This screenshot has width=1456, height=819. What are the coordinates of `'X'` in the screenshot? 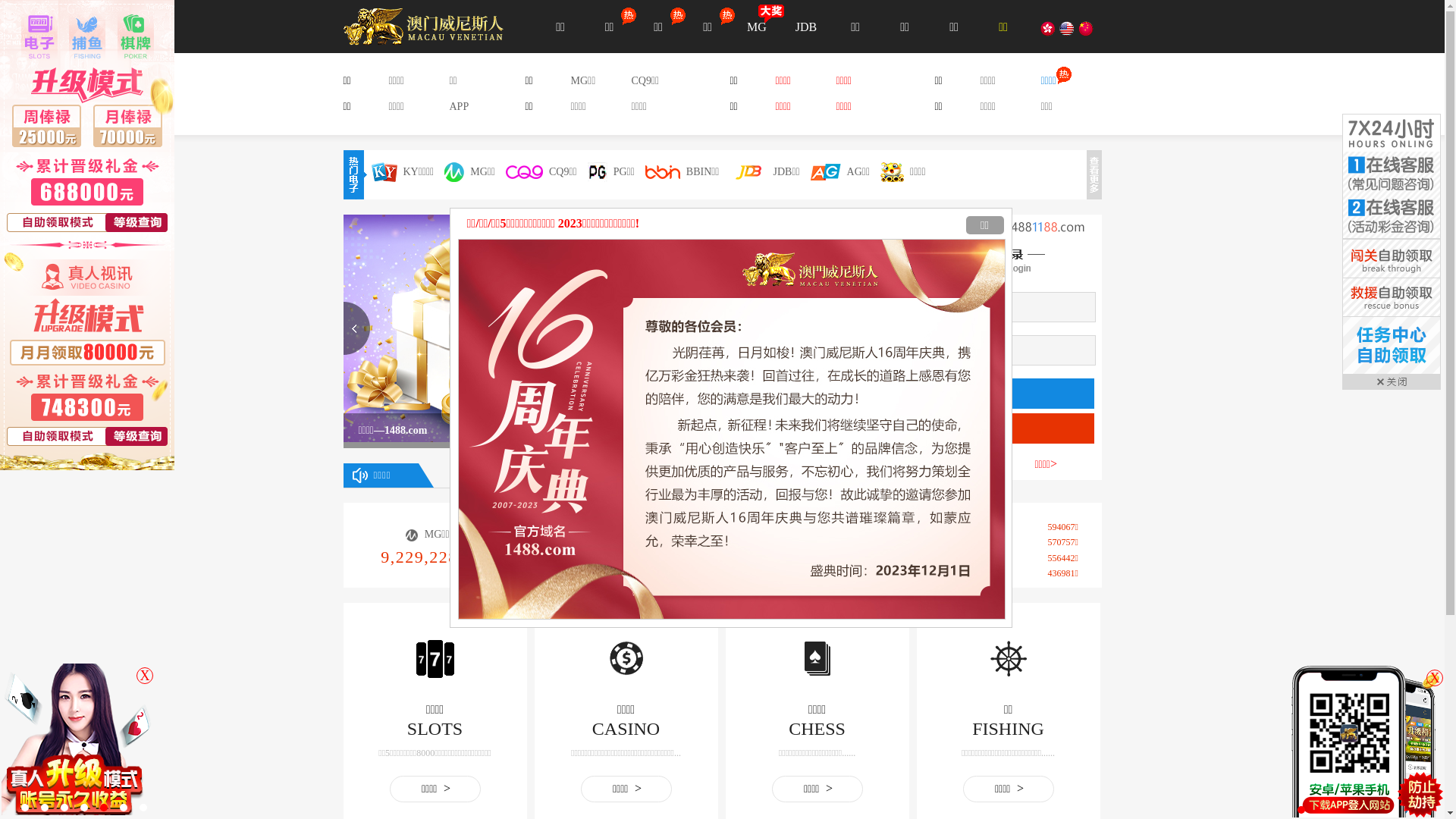 It's located at (136, 675).